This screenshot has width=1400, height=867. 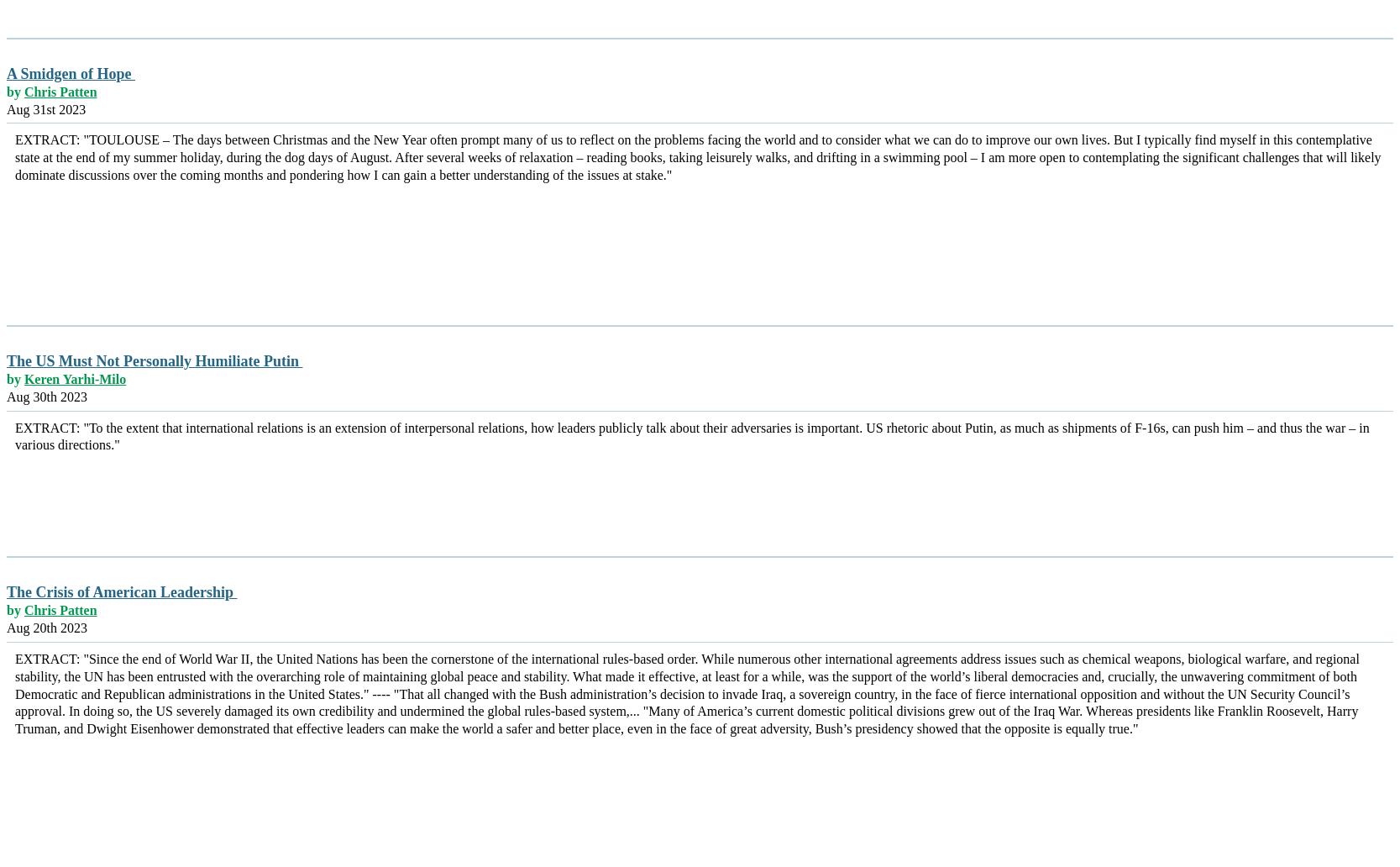 I want to click on 'EXTRACT: "To the extent that international relations is an extension of interpersonal relations, how leaders publicly talk about their adversaries is important. US rhetoric about Putin, as much as shipments of F-16s, can push him – and thus the war – in various directions."', so click(x=691, y=435).